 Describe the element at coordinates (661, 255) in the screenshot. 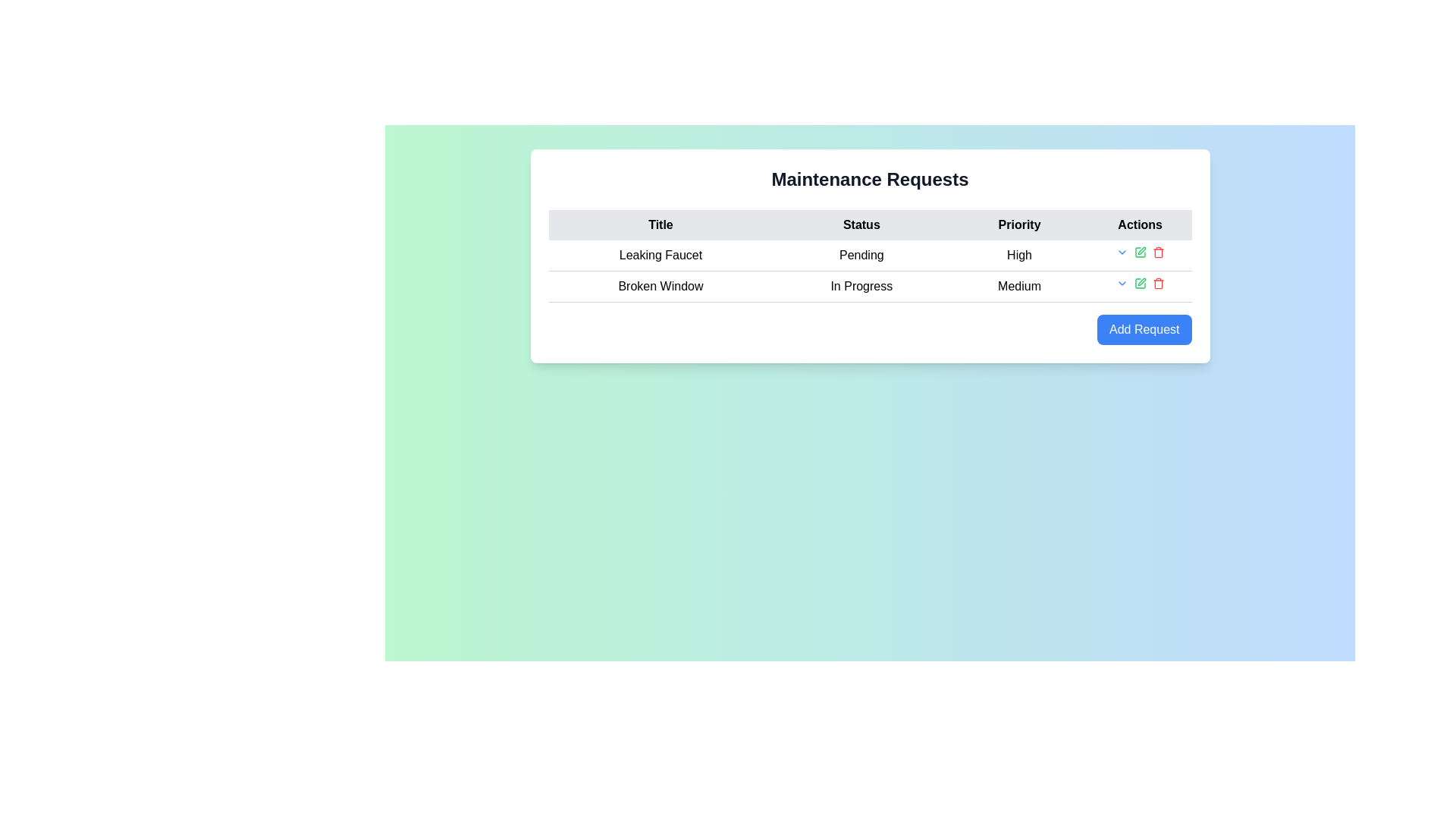

I see `the text label representing the title 'Leaking Faucet' located in the first row of the table under the 'Title' column` at that location.